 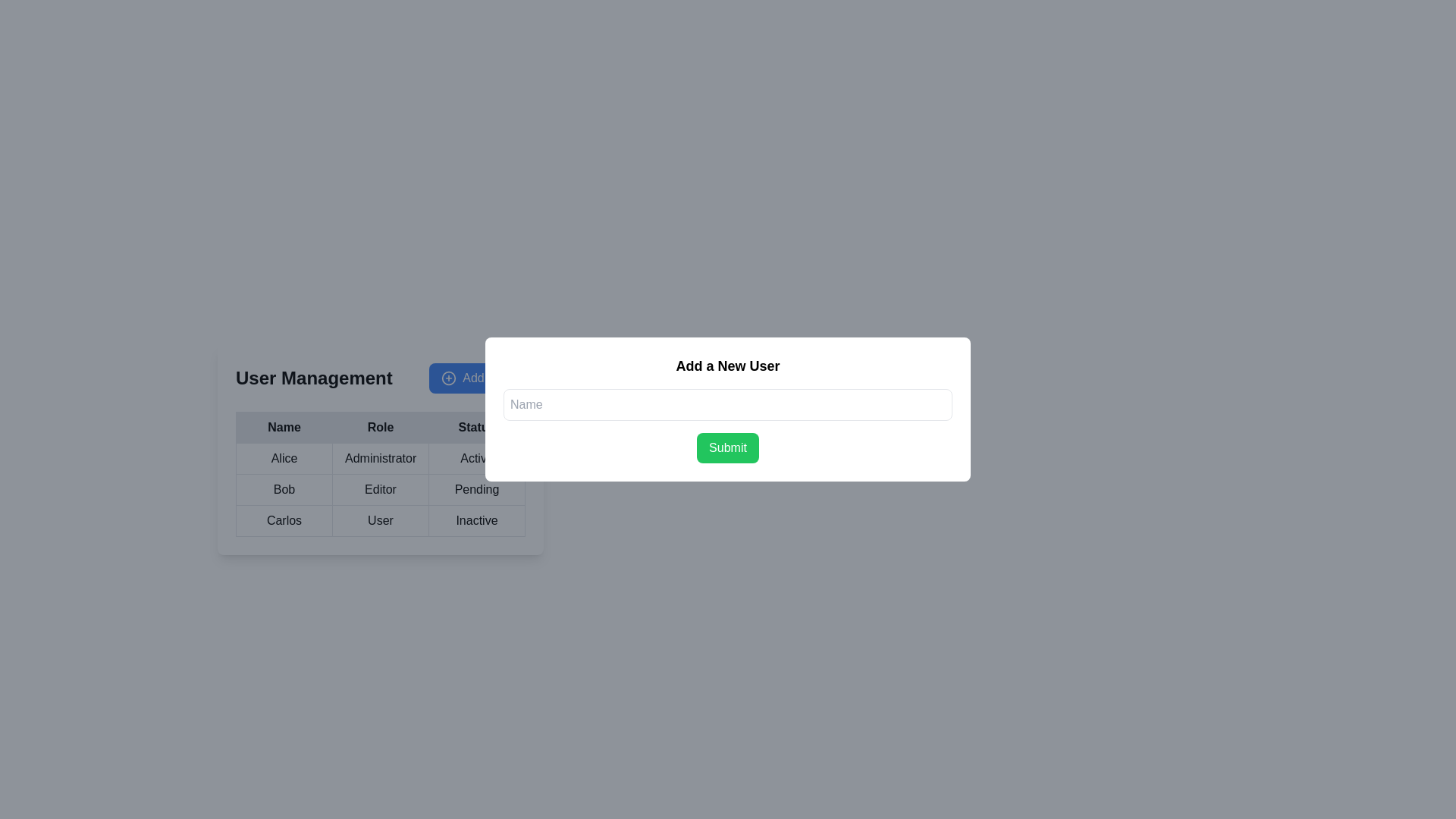 I want to click on the circular icon with a plus sign (+) located to the immediate left of the 'Add User' text in the user management interface, so click(x=448, y=377).